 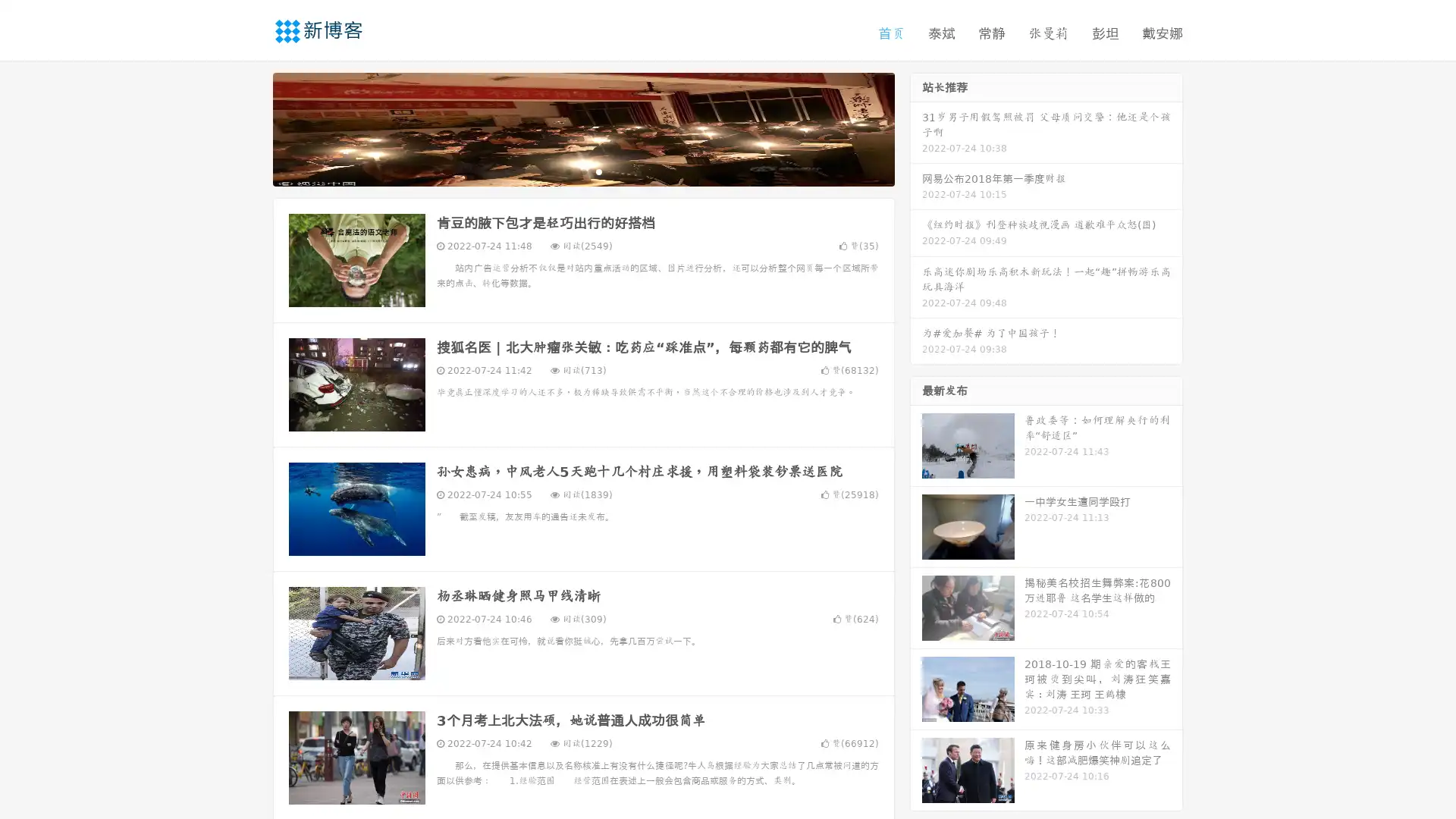 What do you see at coordinates (250, 127) in the screenshot?
I see `Previous slide` at bounding box center [250, 127].